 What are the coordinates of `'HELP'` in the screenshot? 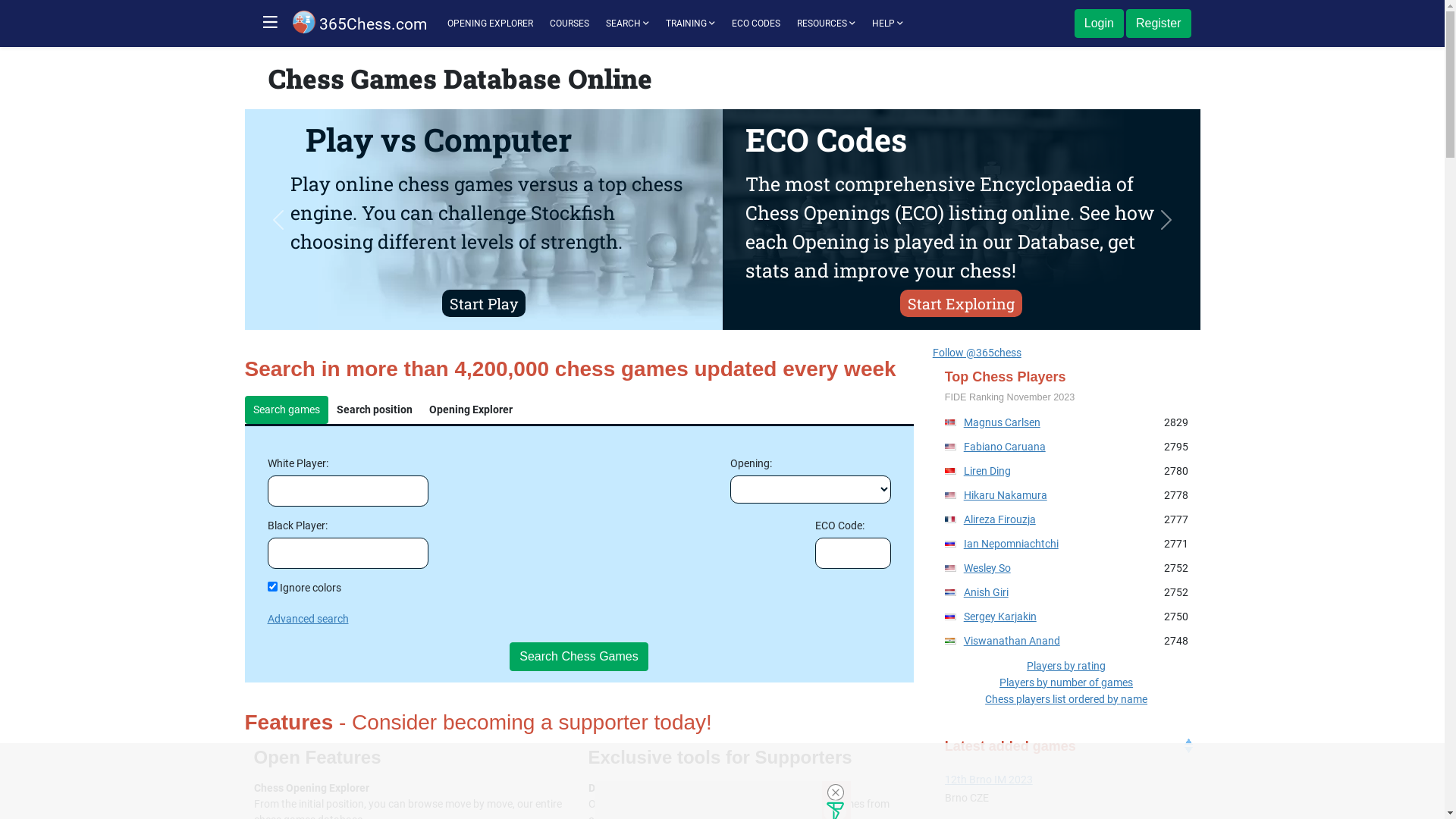 It's located at (866, 23).